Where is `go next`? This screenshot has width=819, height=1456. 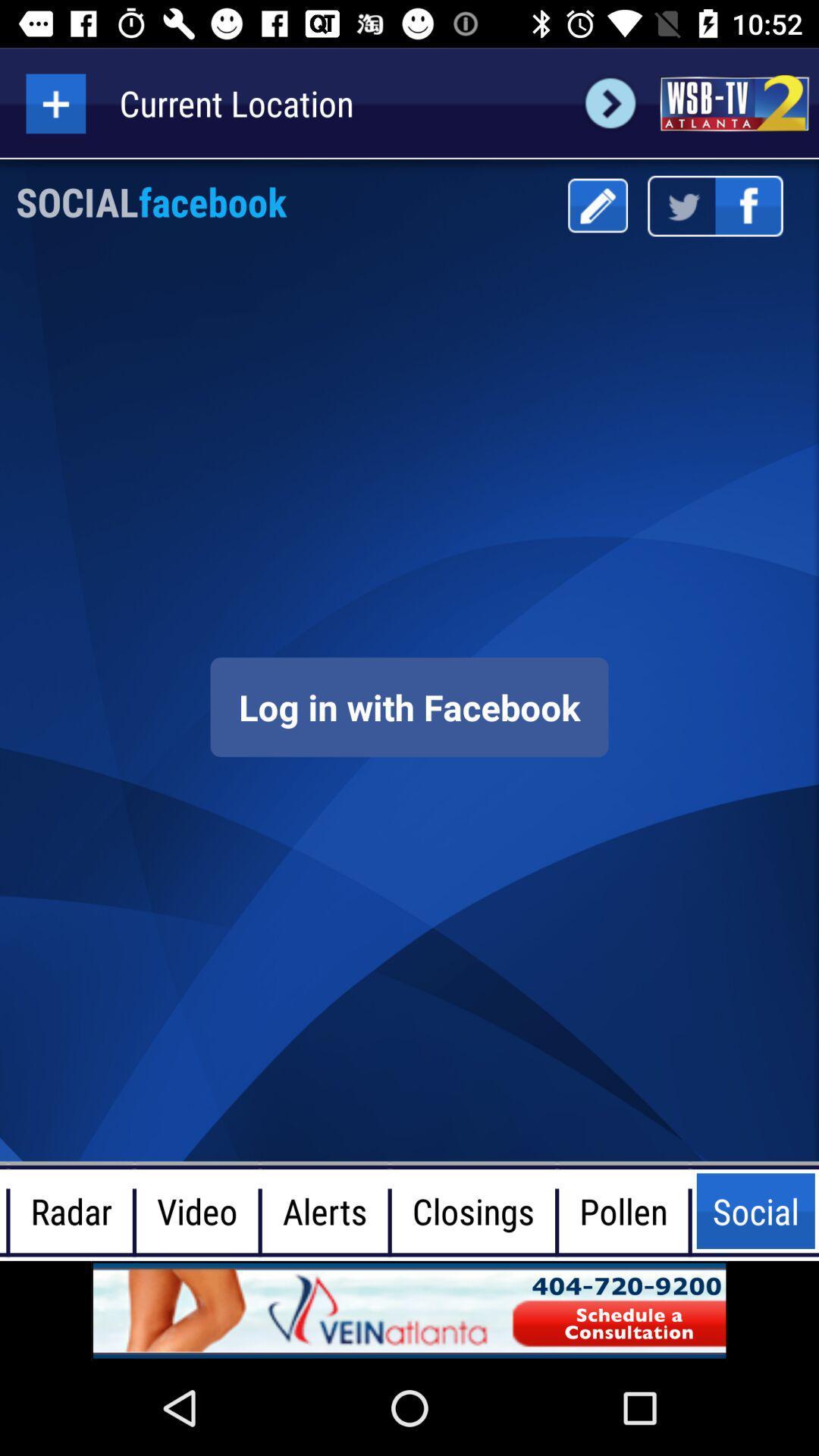
go next is located at coordinates (610, 102).